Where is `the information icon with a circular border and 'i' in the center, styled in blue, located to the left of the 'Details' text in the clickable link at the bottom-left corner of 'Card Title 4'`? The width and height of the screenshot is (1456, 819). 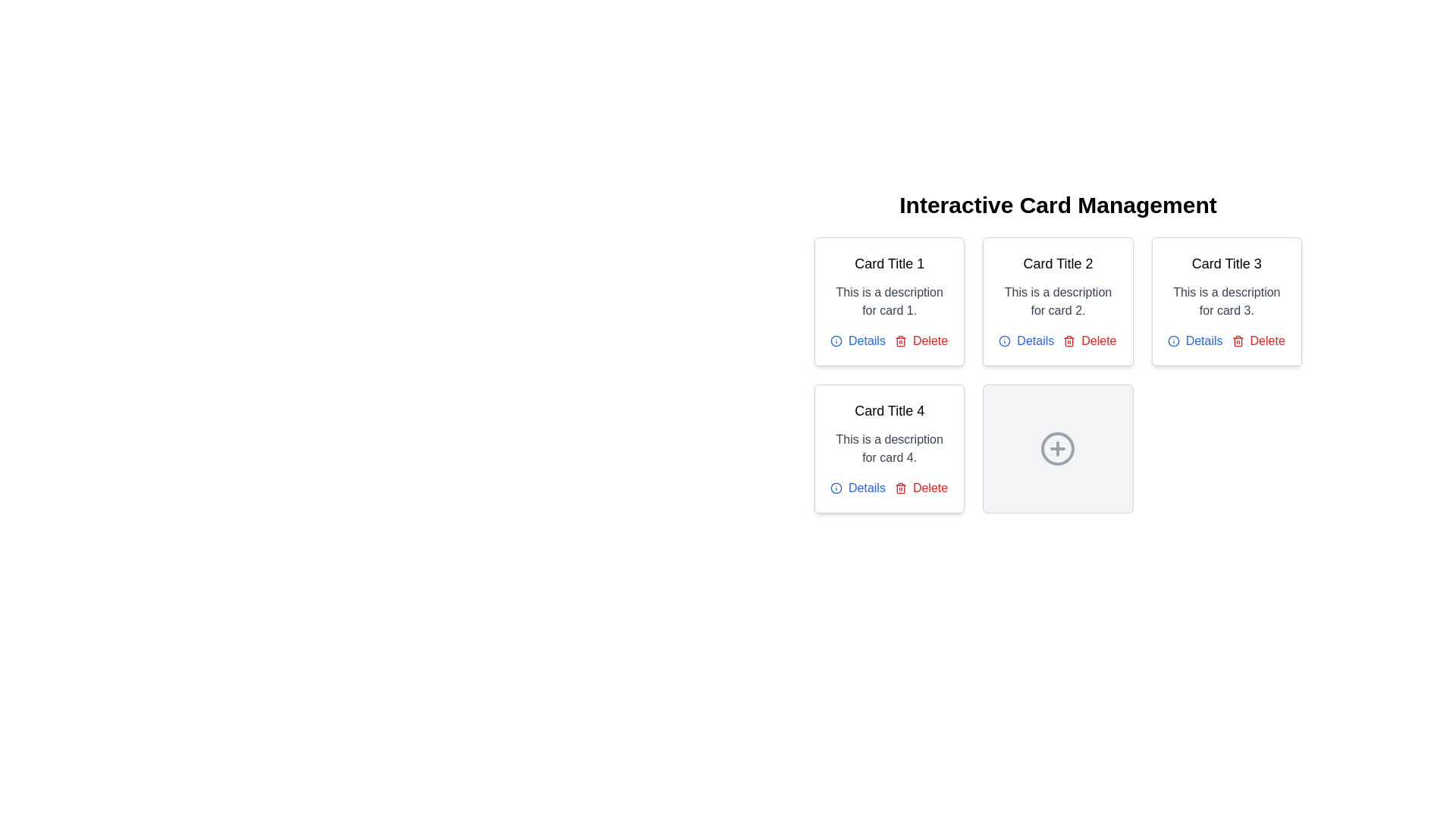 the information icon with a circular border and 'i' in the center, styled in blue, located to the left of the 'Details' text in the clickable link at the bottom-left corner of 'Card Title 4' is located at coordinates (1005, 341).